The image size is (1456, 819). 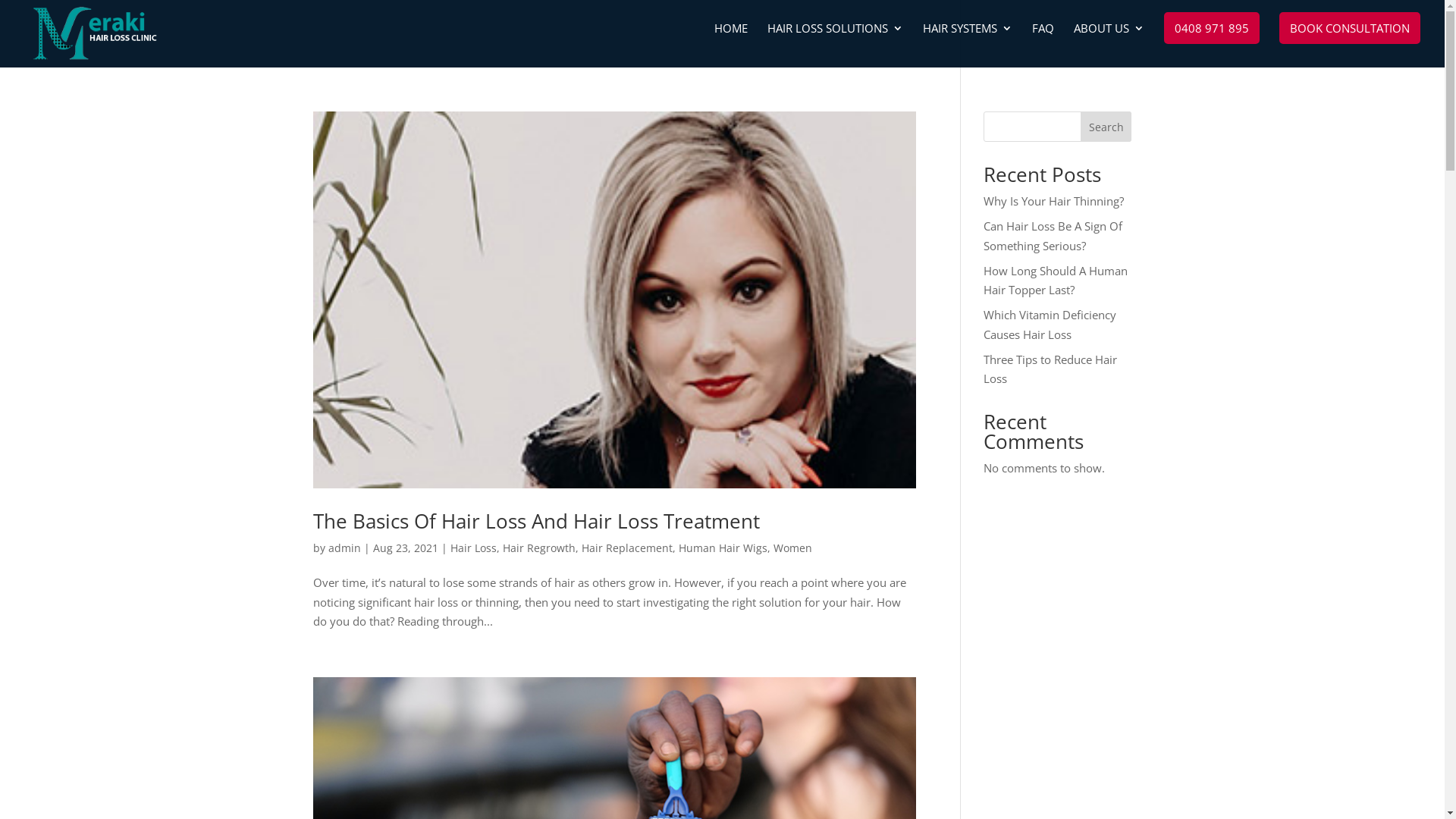 What do you see at coordinates (1050, 369) in the screenshot?
I see `'Three Tips to Reduce Hair Loss'` at bounding box center [1050, 369].